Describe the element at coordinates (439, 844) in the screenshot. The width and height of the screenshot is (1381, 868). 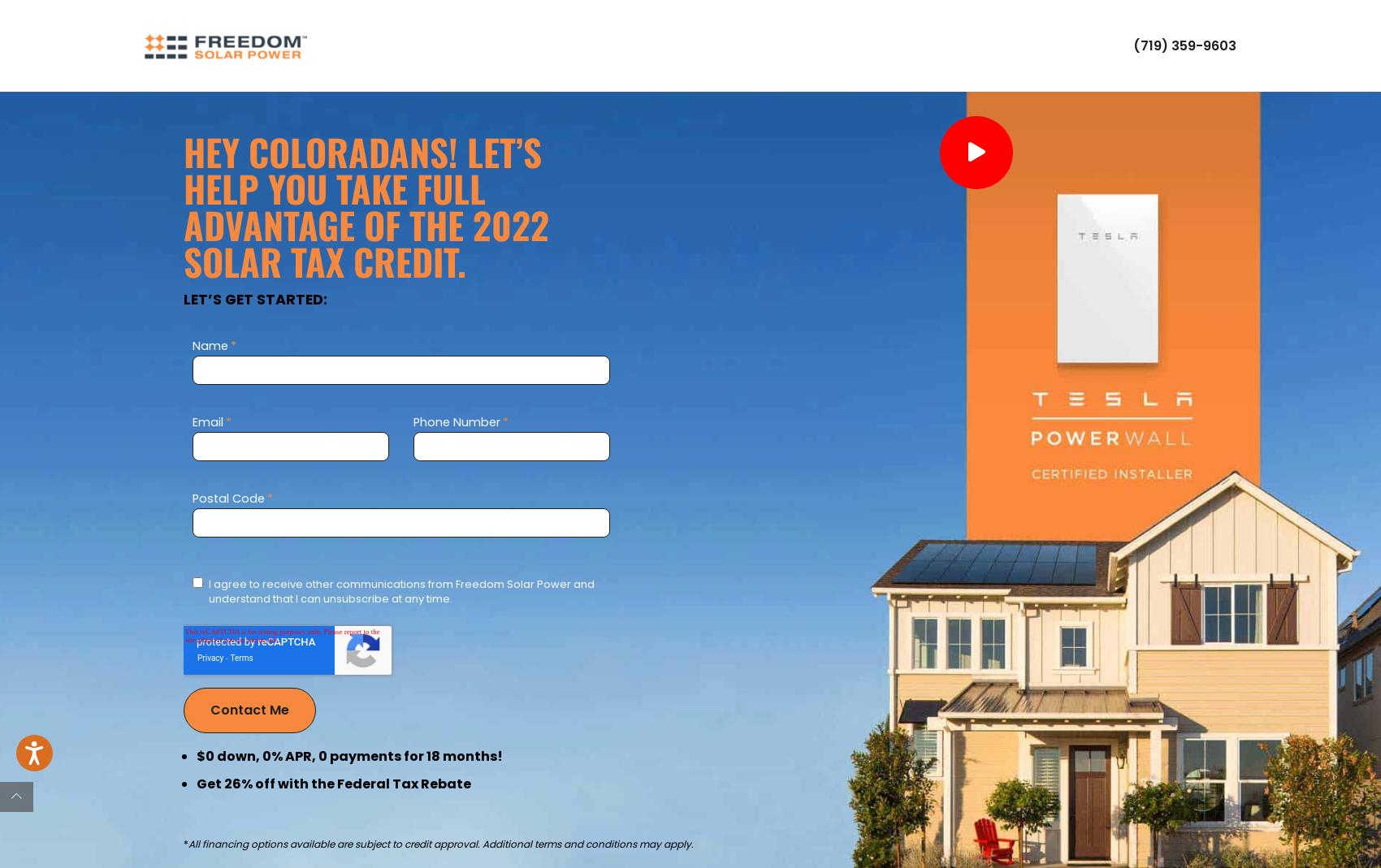
I see `'All financing options available are subject to credit approval. Additional terms and conditions may apply.'` at that location.